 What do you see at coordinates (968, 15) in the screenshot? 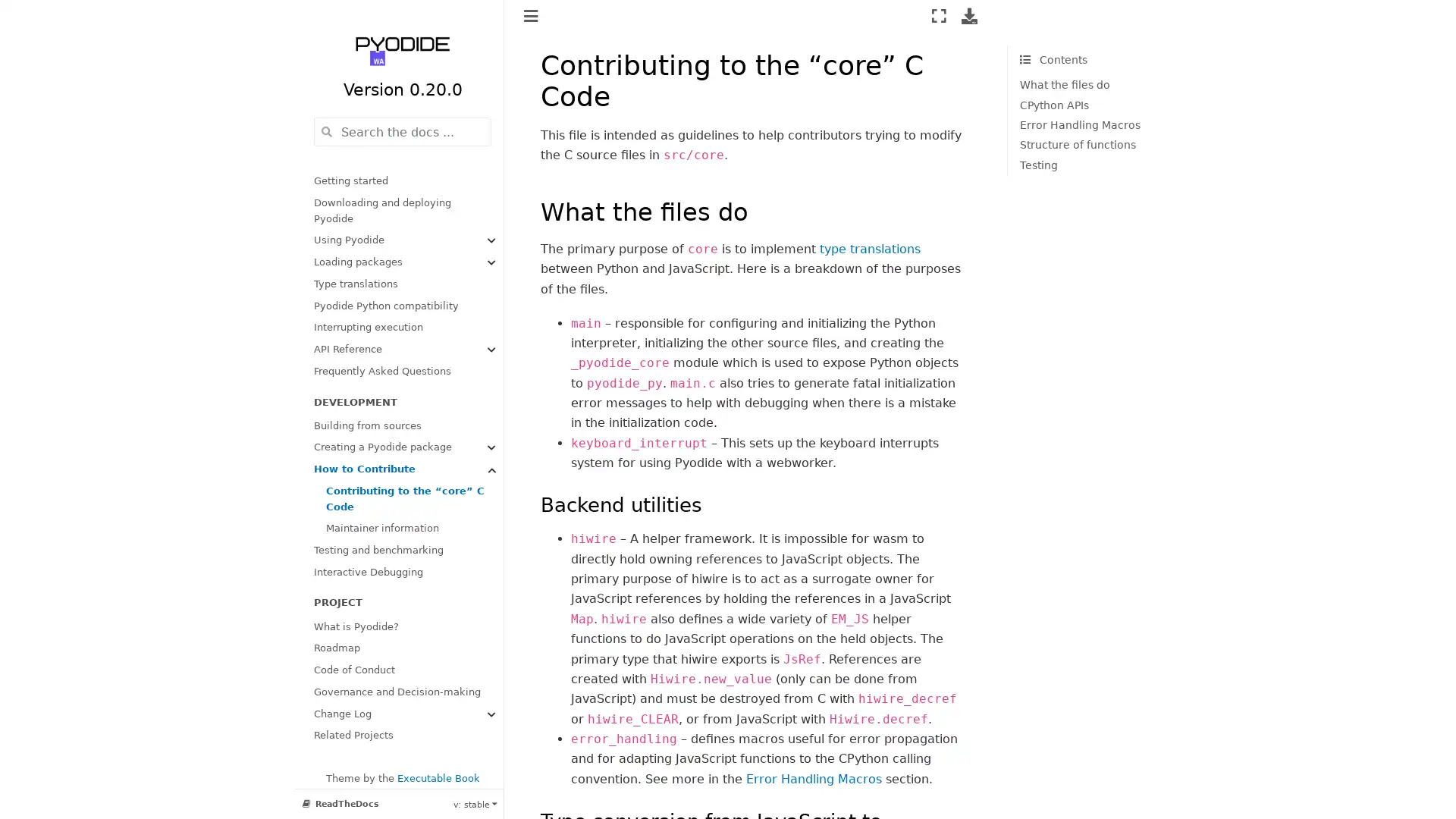
I see `Download this page` at bounding box center [968, 15].